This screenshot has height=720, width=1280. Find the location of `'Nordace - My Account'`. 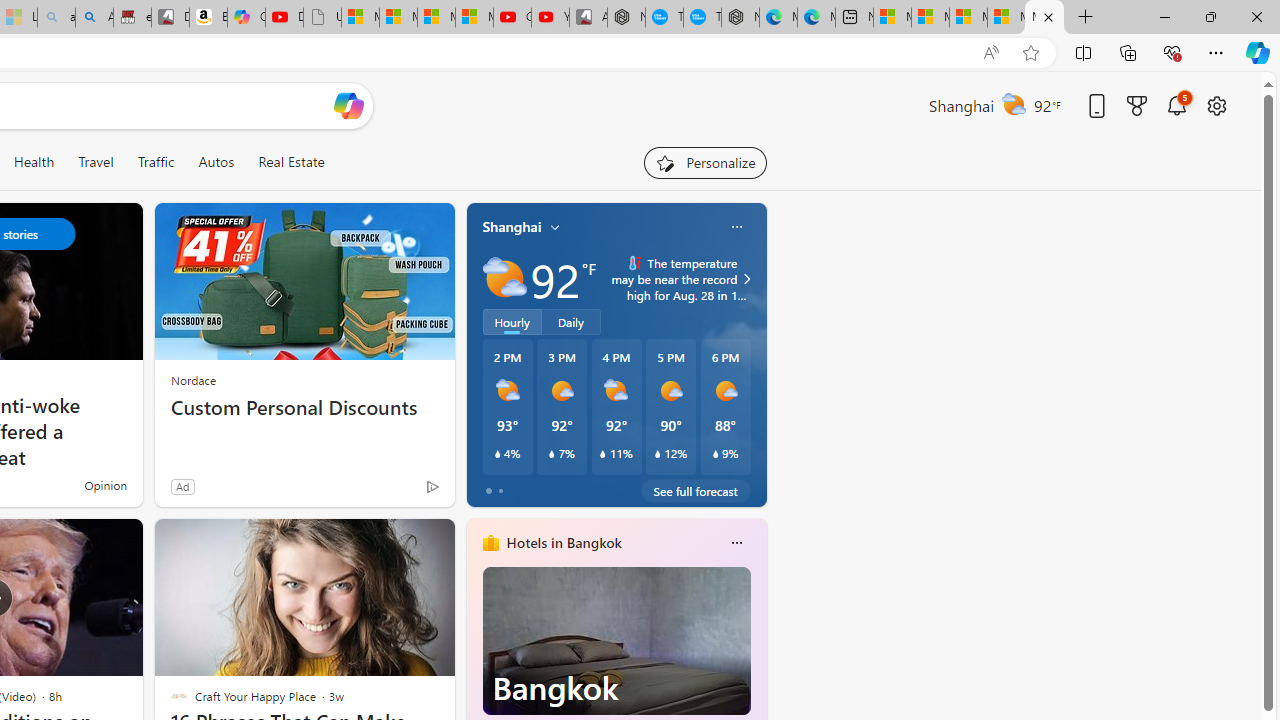

'Nordace - My Account' is located at coordinates (625, 17).